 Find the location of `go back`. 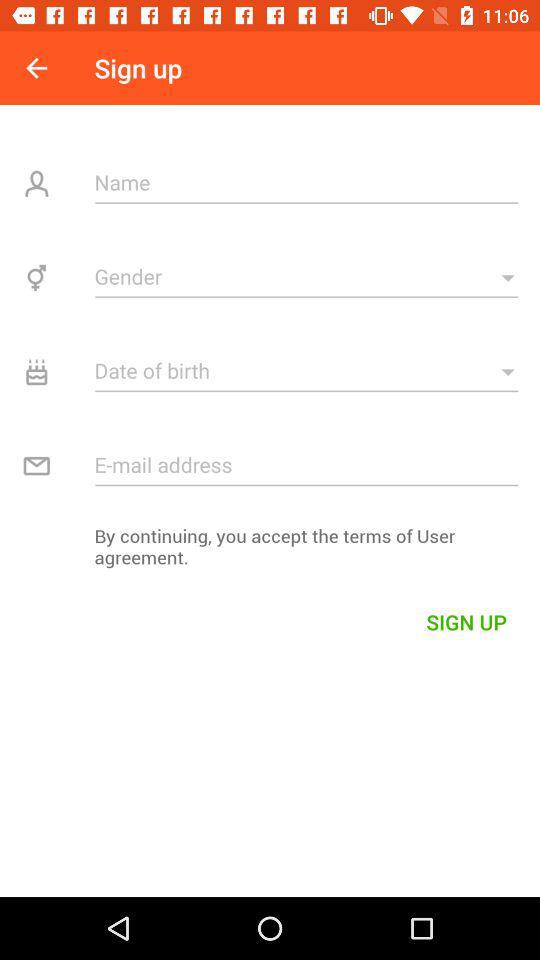

go back is located at coordinates (36, 68).